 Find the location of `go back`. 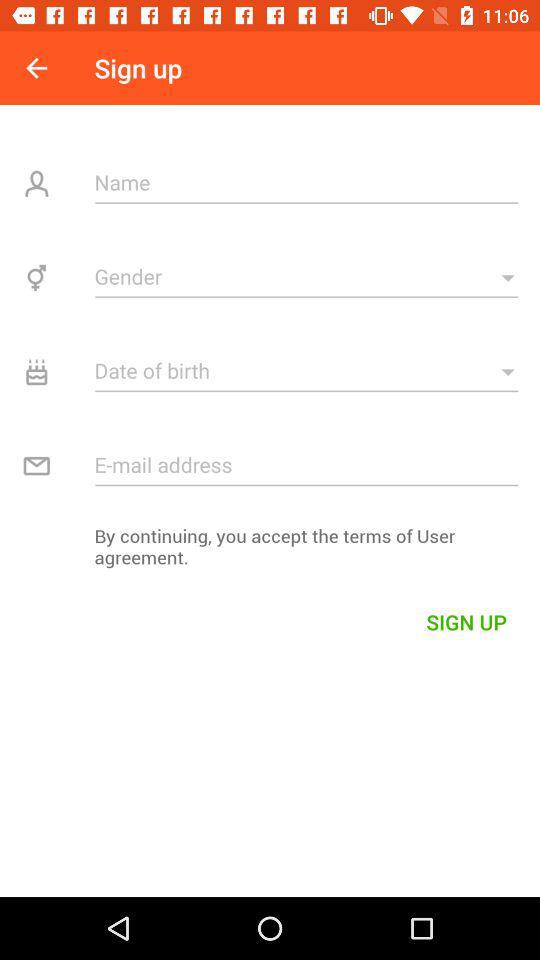

go back is located at coordinates (36, 68).